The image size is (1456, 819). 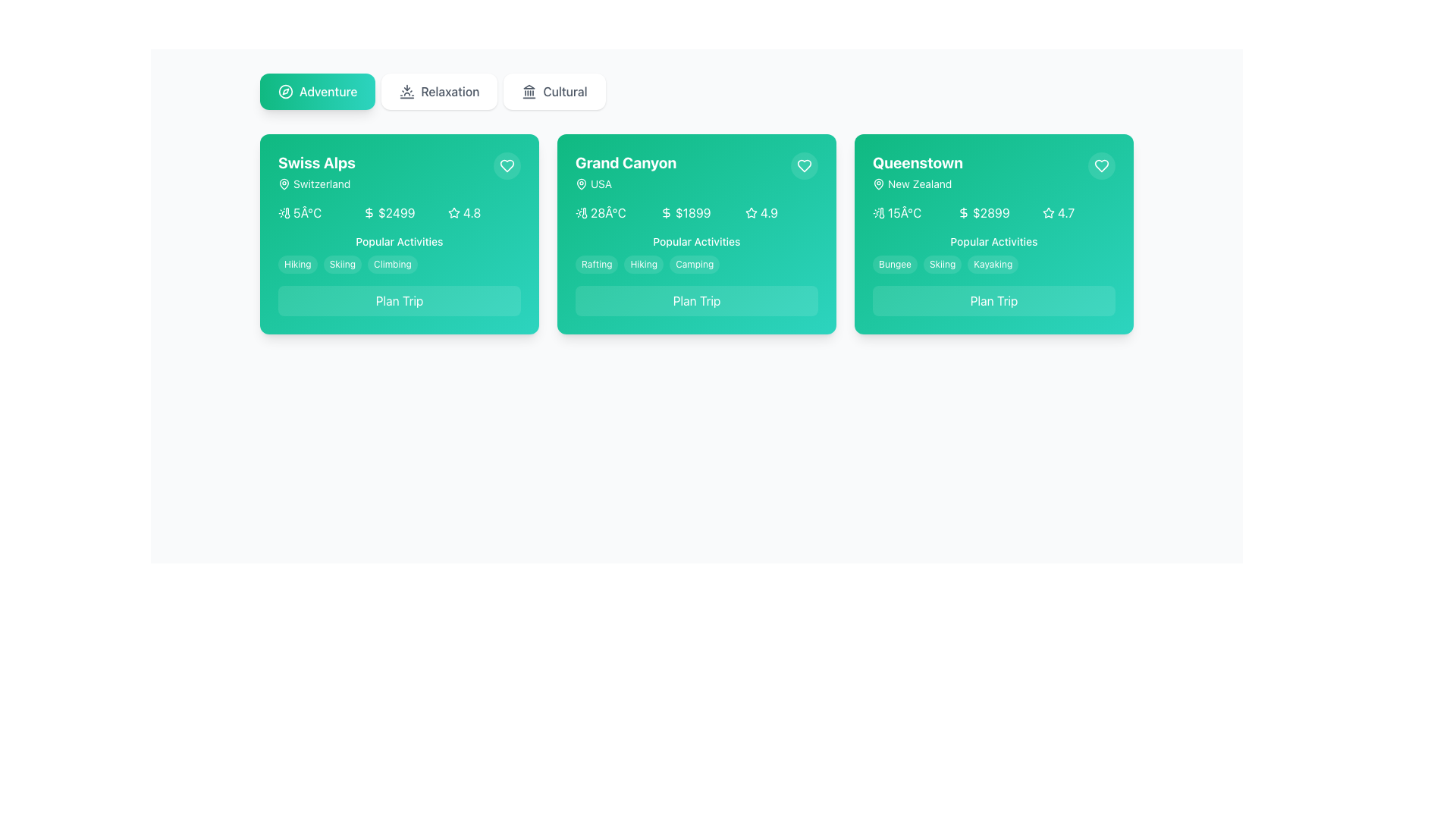 I want to click on the Informational block displaying temperature, price, and rating within the 'Grand Canyon' card, so click(x=695, y=213).